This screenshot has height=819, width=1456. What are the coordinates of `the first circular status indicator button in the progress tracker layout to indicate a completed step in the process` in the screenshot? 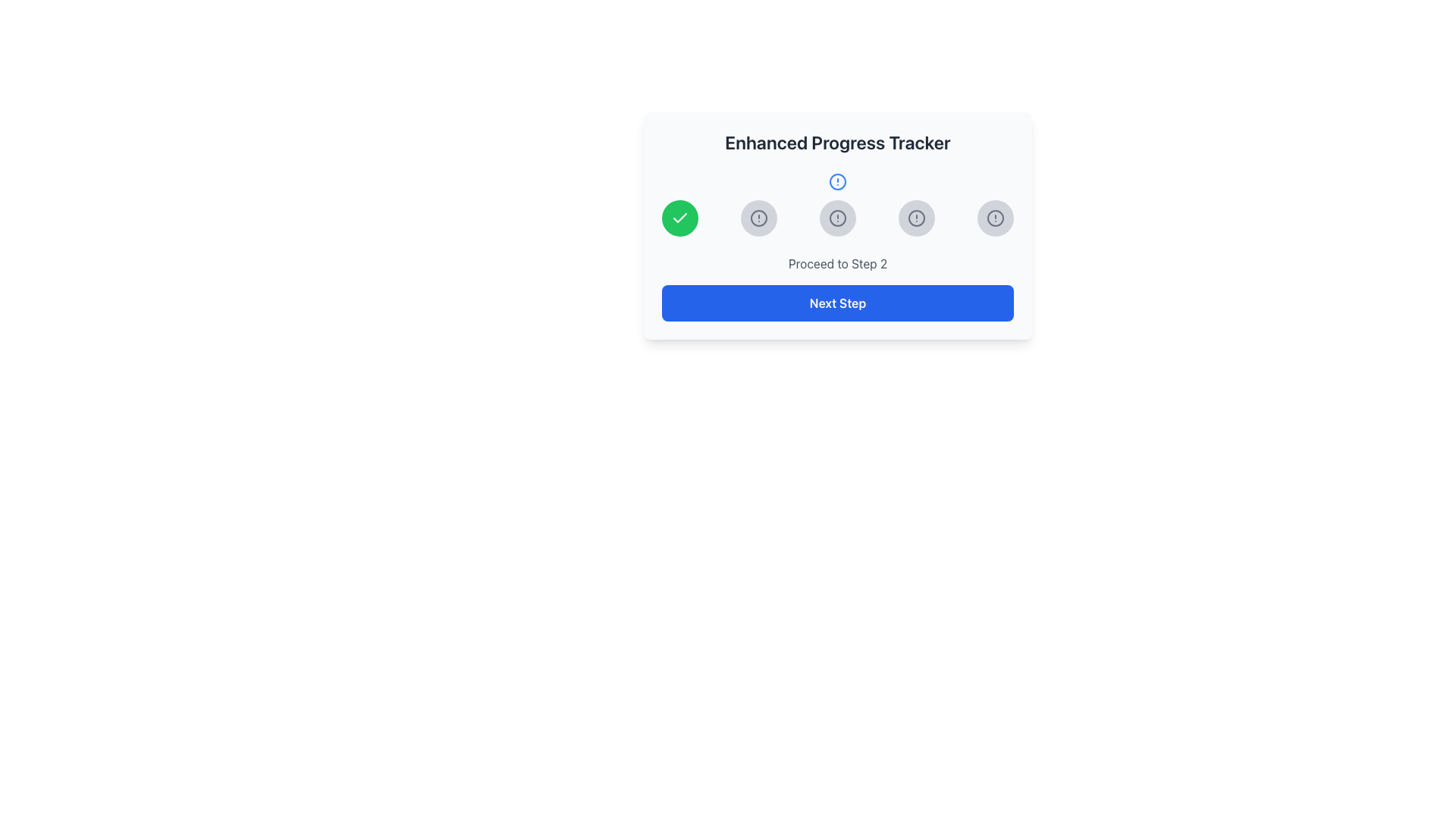 It's located at (679, 218).